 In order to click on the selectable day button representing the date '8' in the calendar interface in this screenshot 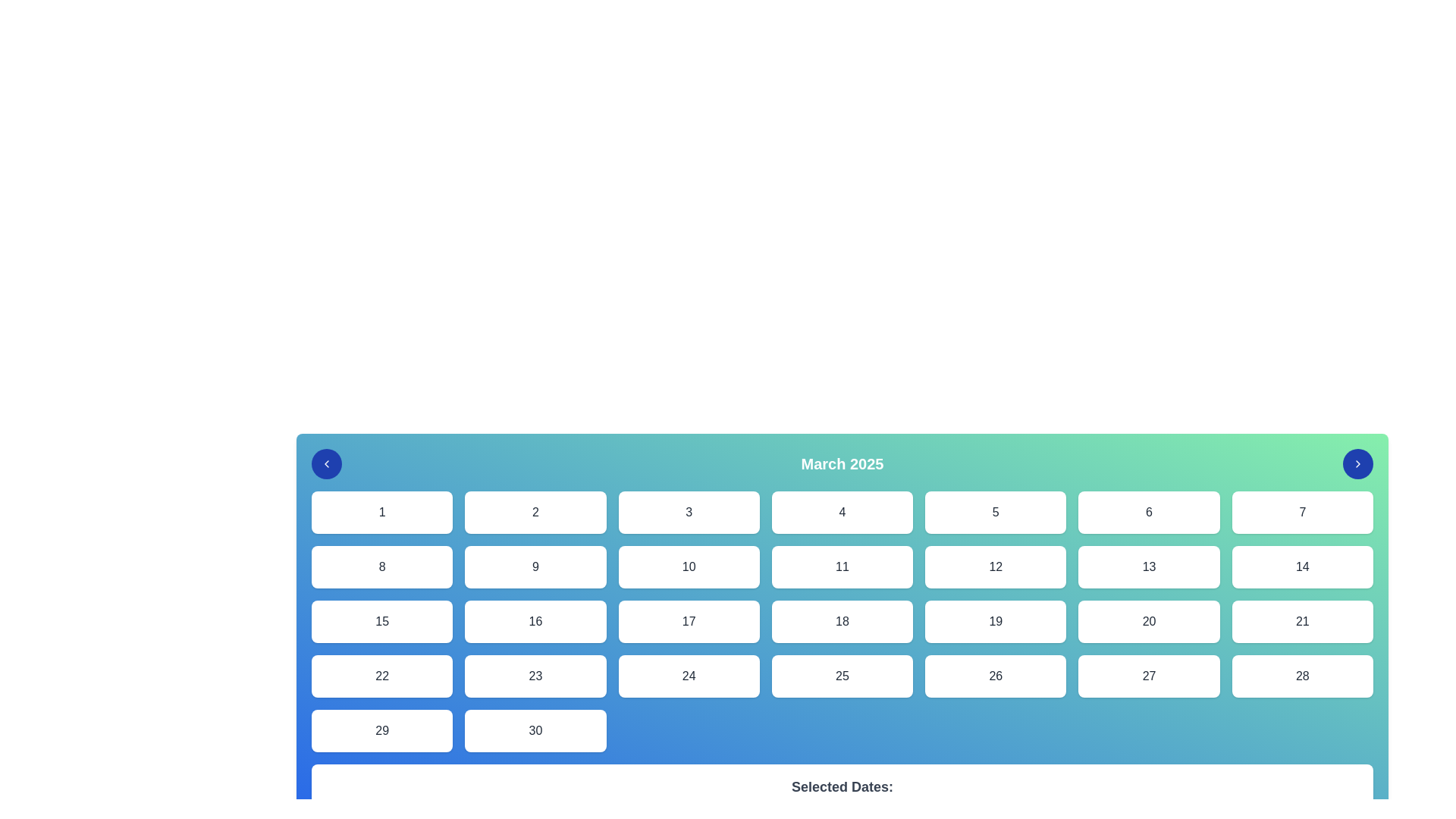, I will do `click(382, 567)`.